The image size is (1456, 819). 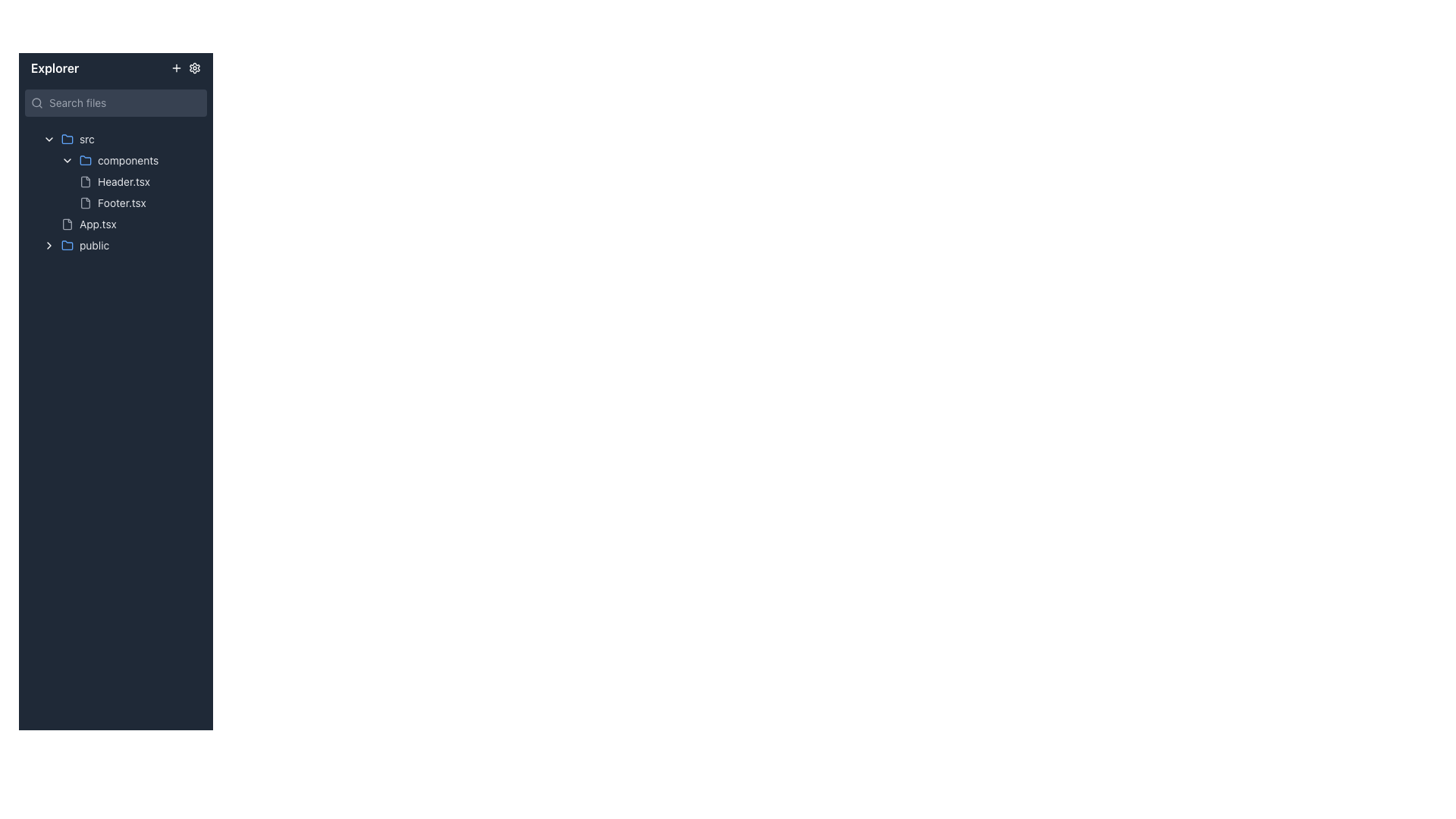 What do you see at coordinates (124, 192) in the screenshot?
I see `the hierarchical file entry displaying 'componentsHeader.tsxFooter.tsxApp.tsx' within the 'src' sidebar` at bounding box center [124, 192].